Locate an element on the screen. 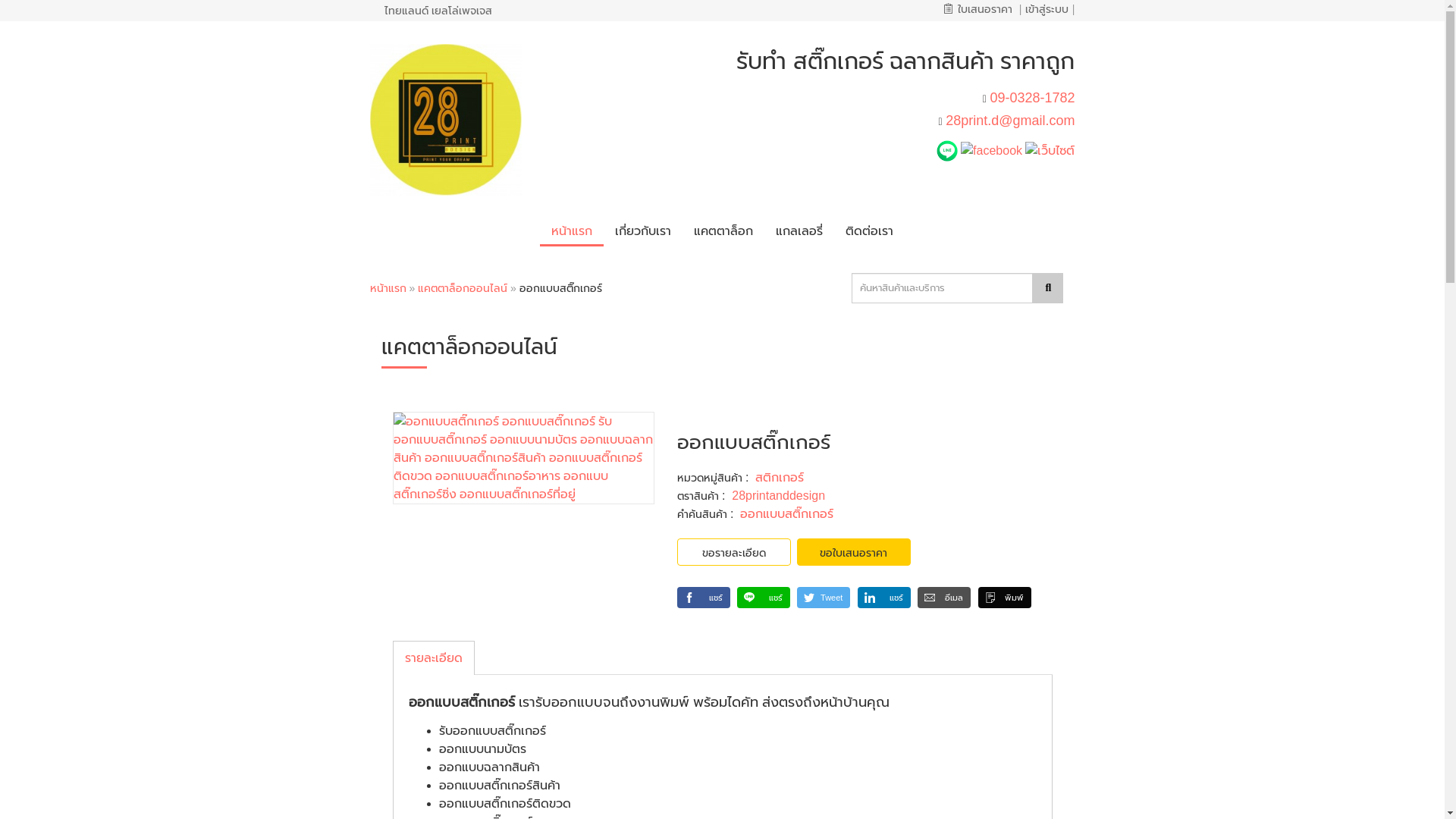 The height and width of the screenshot is (819, 1456). '28print.d@gmail.com' is located at coordinates (945, 119).